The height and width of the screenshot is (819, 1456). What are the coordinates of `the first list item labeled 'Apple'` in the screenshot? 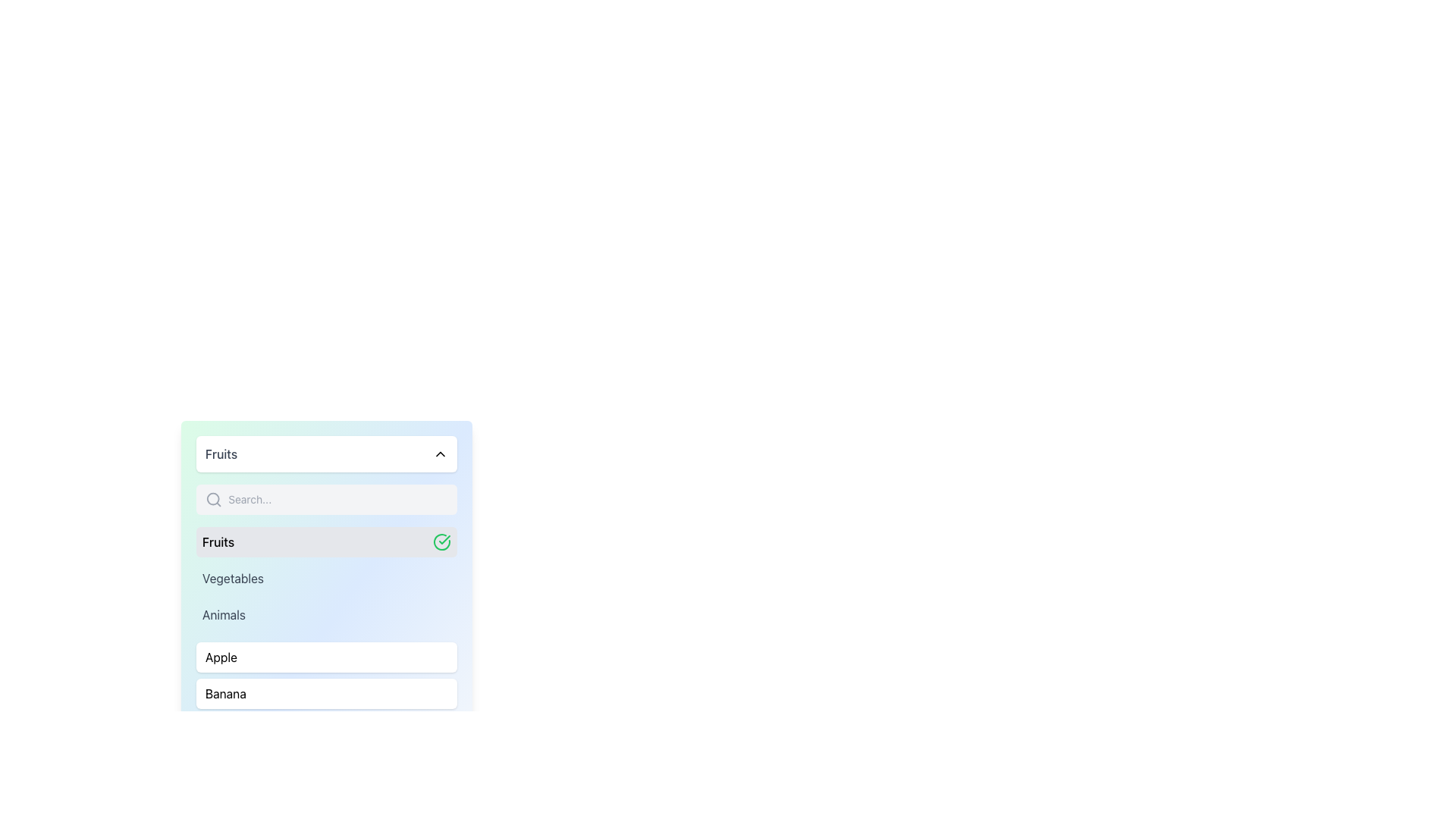 It's located at (326, 657).